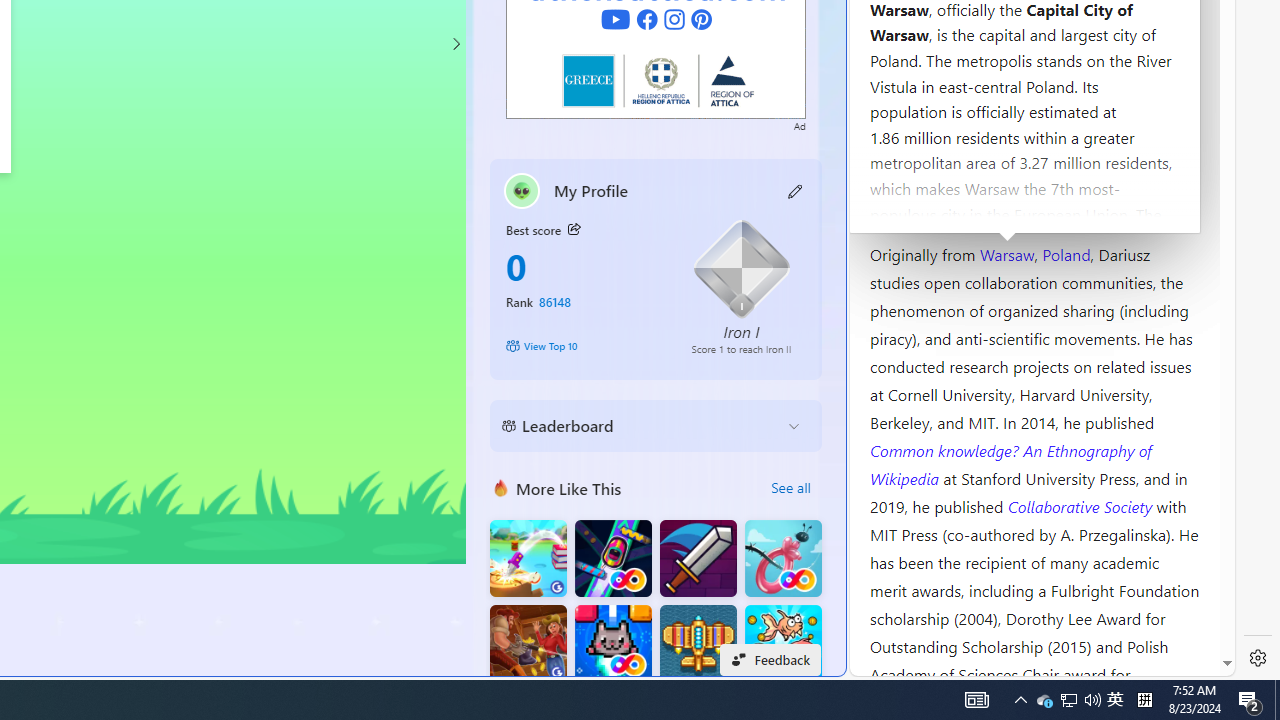 The width and height of the screenshot is (1280, 720). I want to click on 'Class: control', so click(454, 43).